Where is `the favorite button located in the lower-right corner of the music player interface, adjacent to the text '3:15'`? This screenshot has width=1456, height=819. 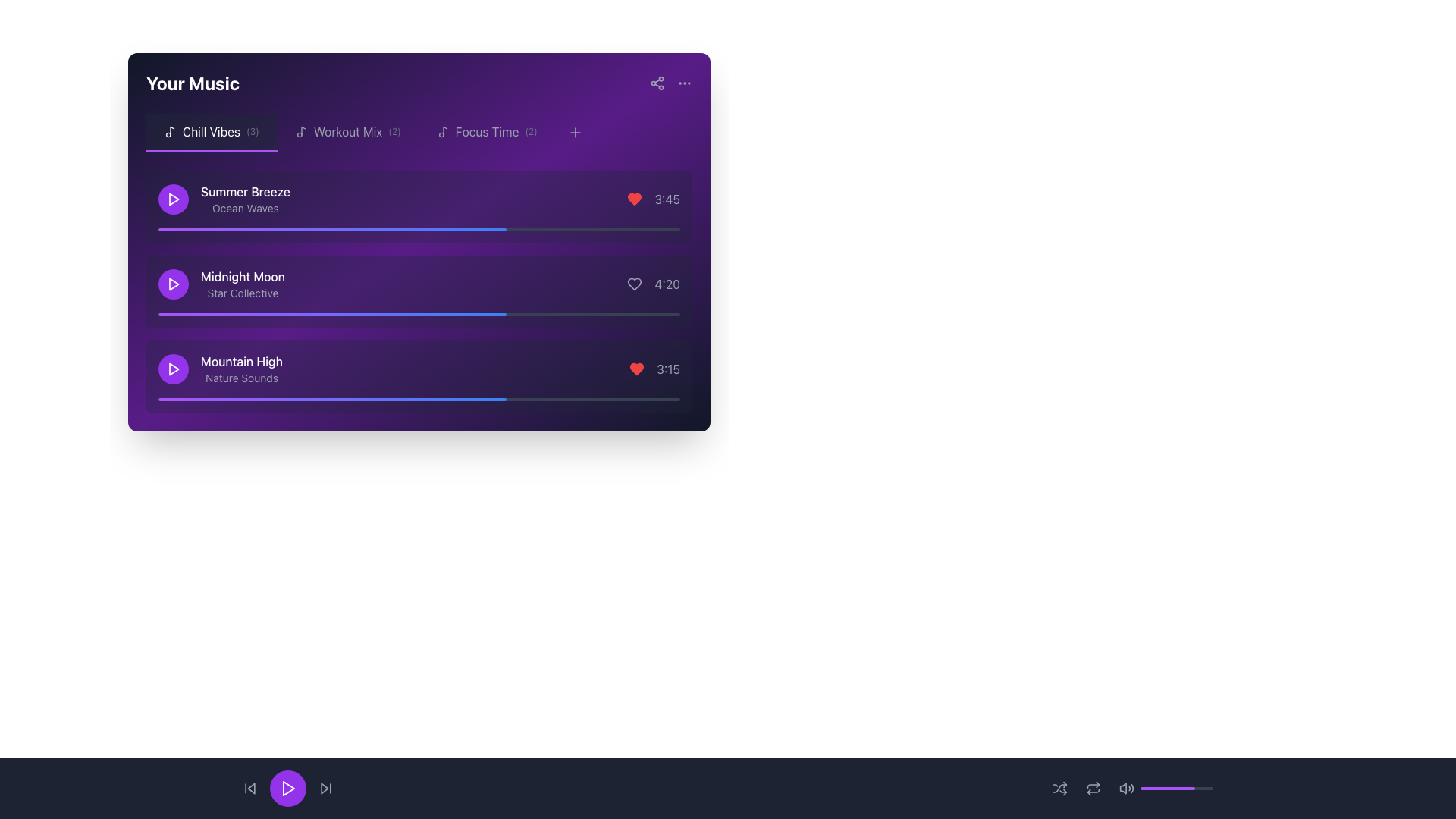
the favorite button located in the lower-right corner of the music player interface, adjacent to the text '3:15' is located at coordinates (637, 369).